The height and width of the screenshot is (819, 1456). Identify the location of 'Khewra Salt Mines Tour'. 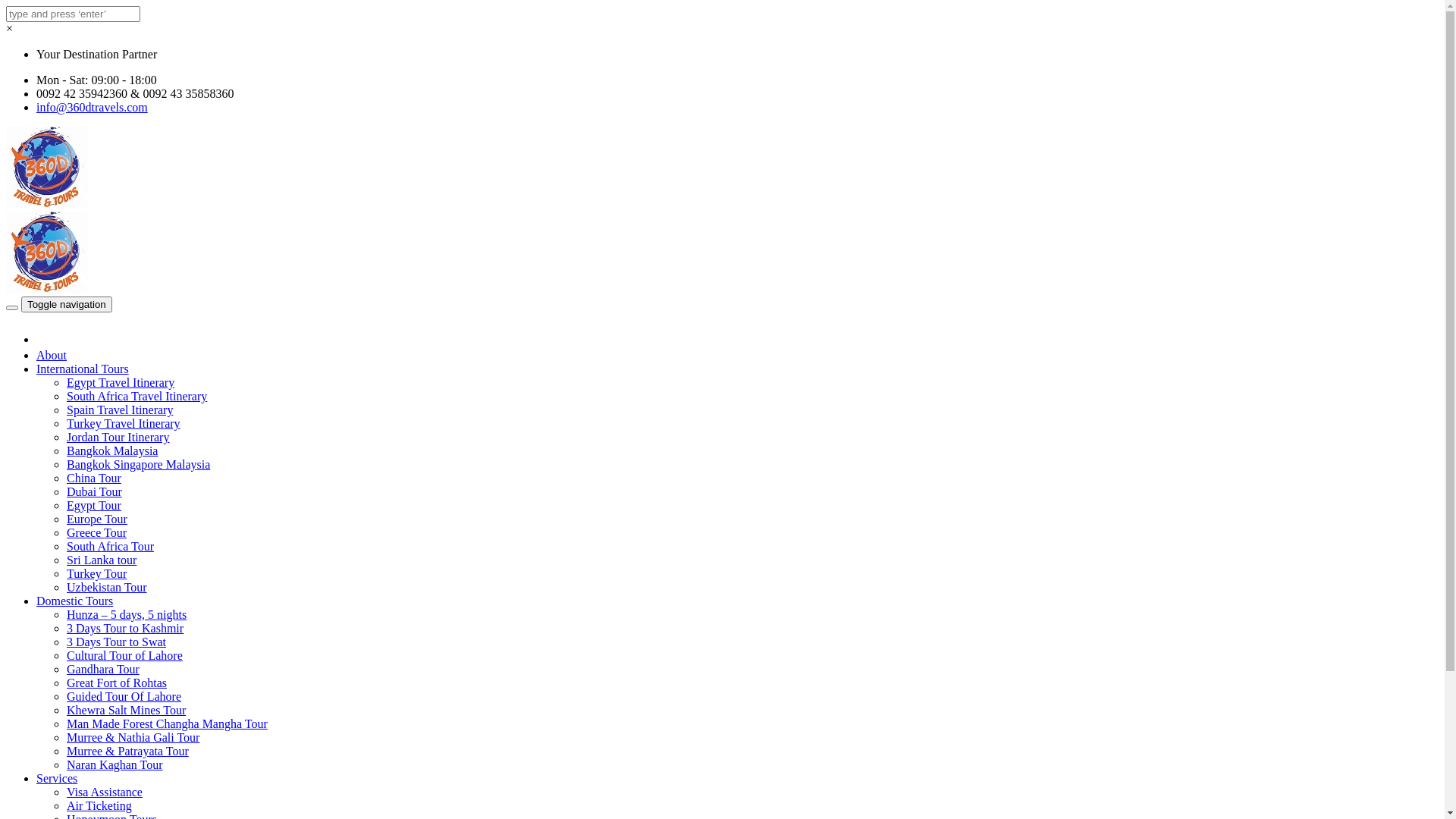
(126, 710).